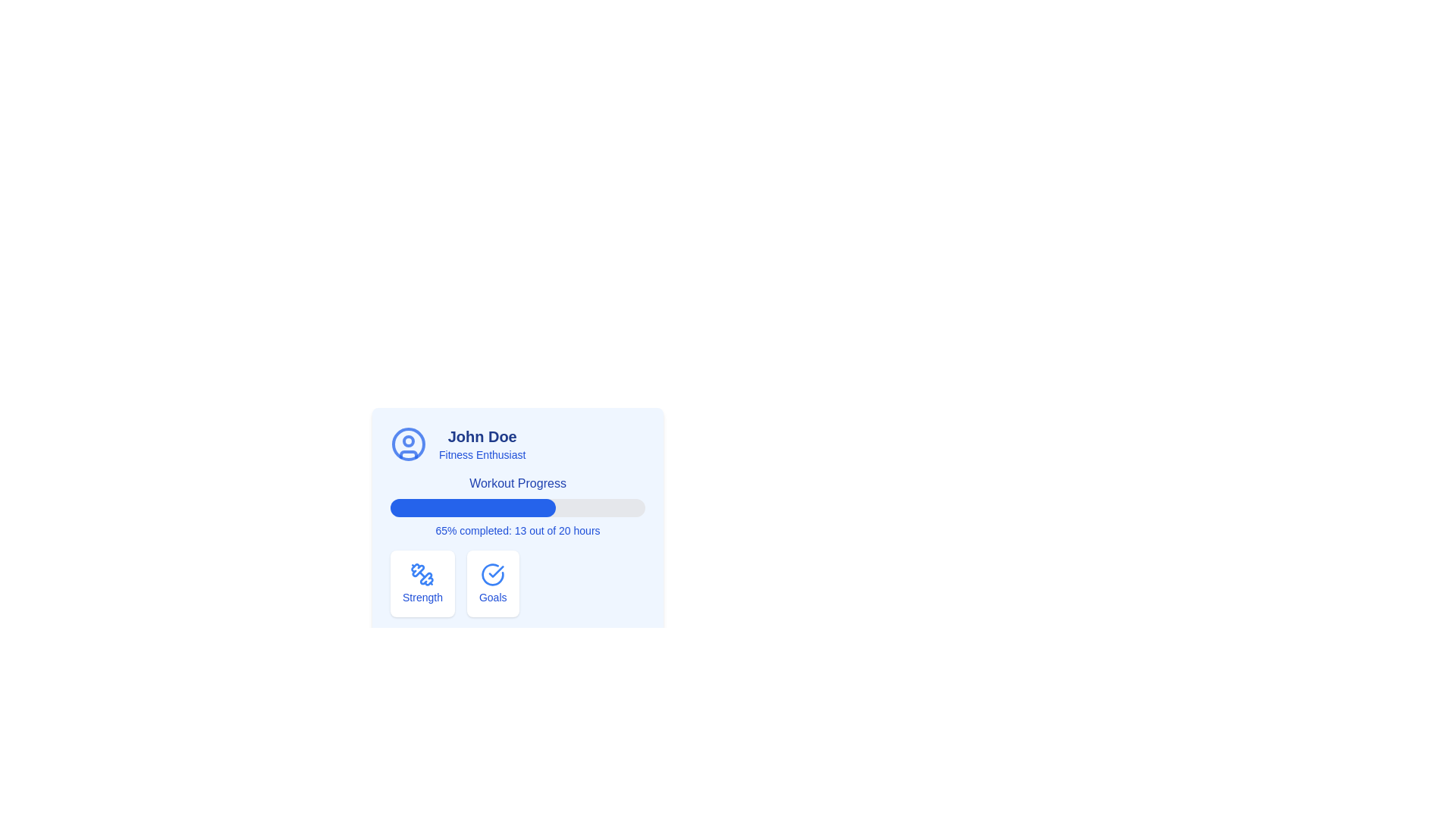  Describe the element at coordinates (517, 509) in the screenshot. I see `the progress information displayed on the blue and grey progress bar indicating workout achievement, which is located centrally below the 'Workout Progress' text and above '65% completed: 13 out of 20 hours'` at that location.